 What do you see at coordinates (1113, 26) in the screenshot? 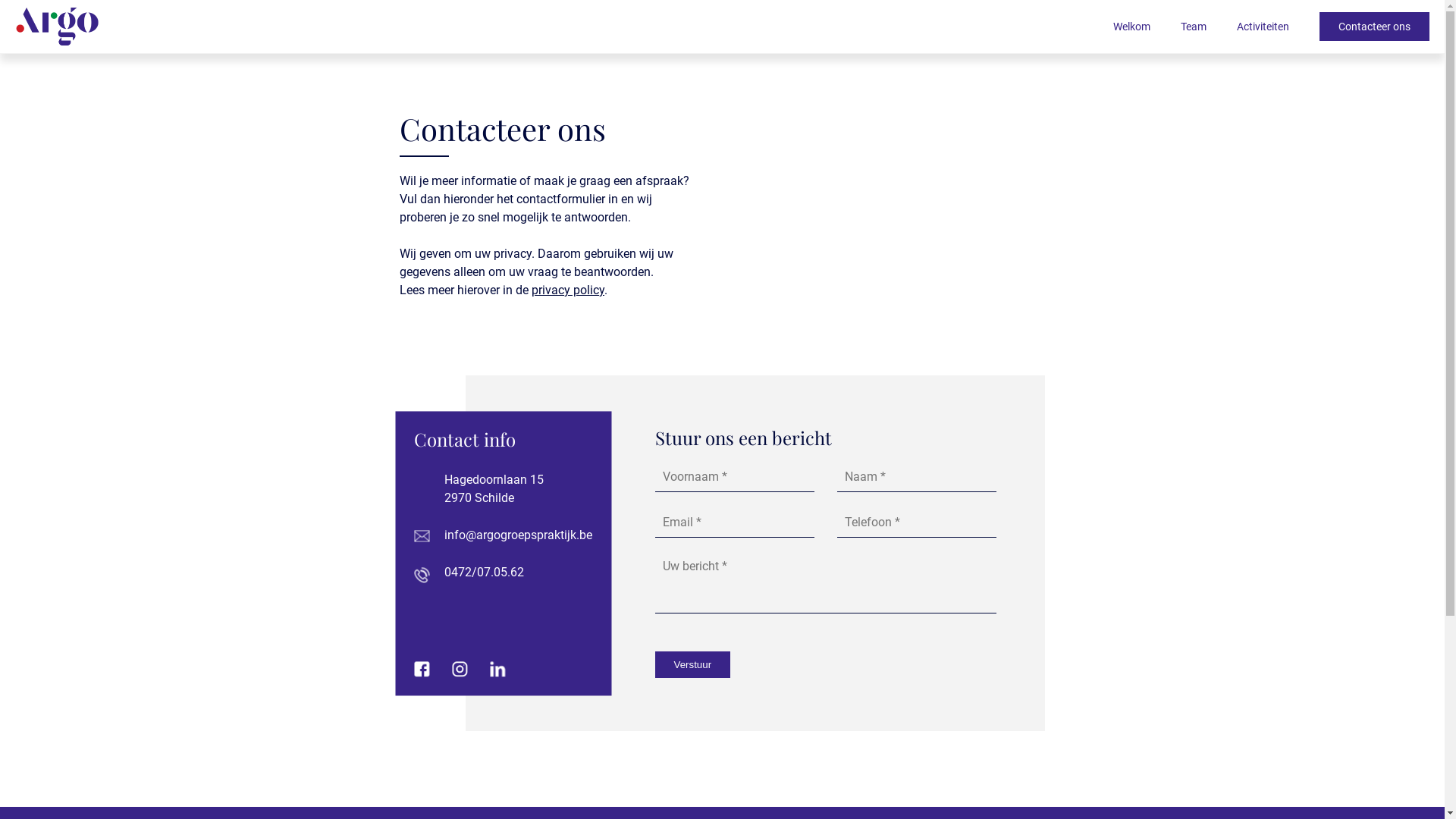
I see `'Welkom'` at bounding box center [1113, 26].